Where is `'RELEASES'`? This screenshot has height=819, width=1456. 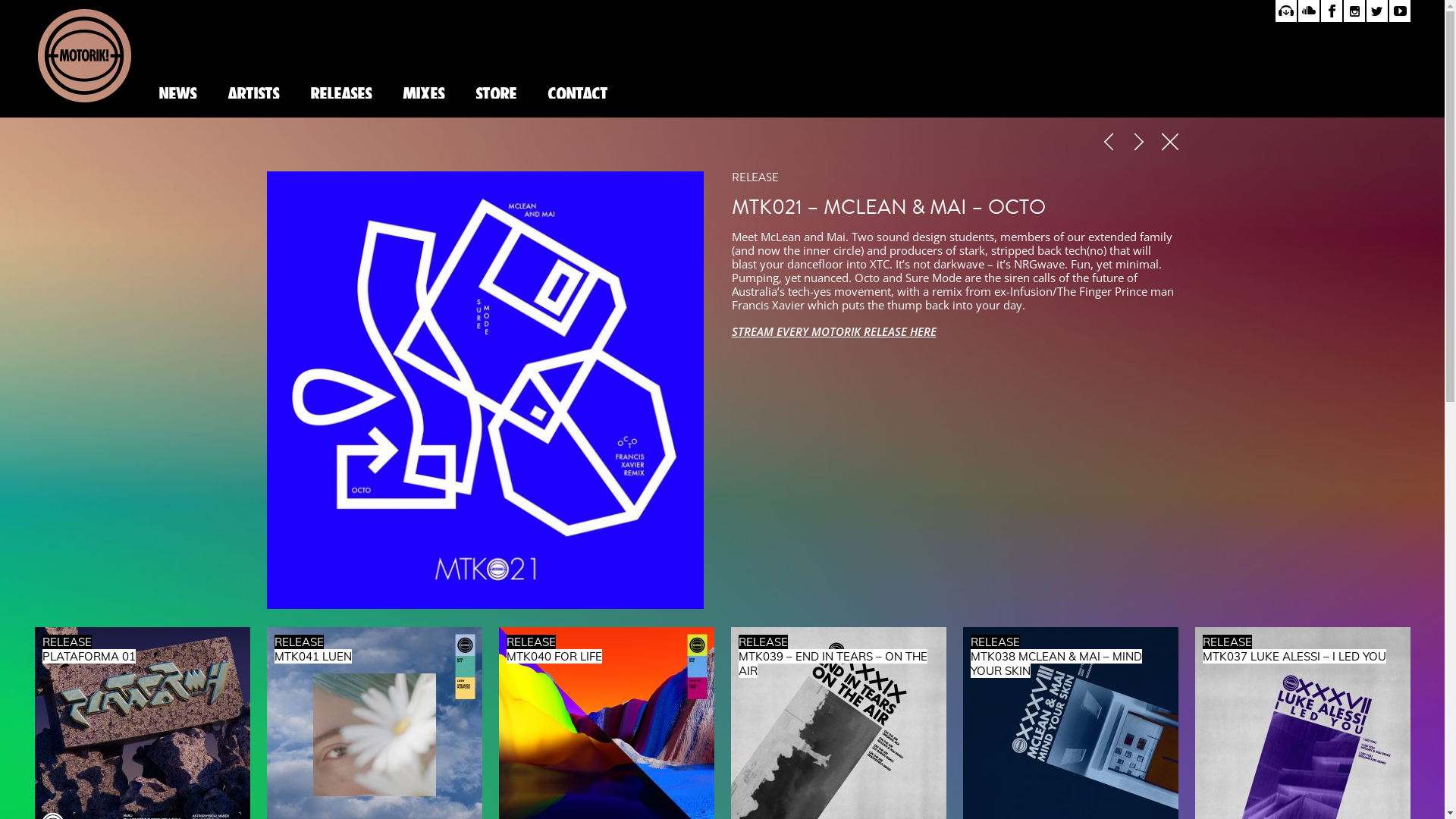 'RELEASES' is located at coordinates (340, 91).